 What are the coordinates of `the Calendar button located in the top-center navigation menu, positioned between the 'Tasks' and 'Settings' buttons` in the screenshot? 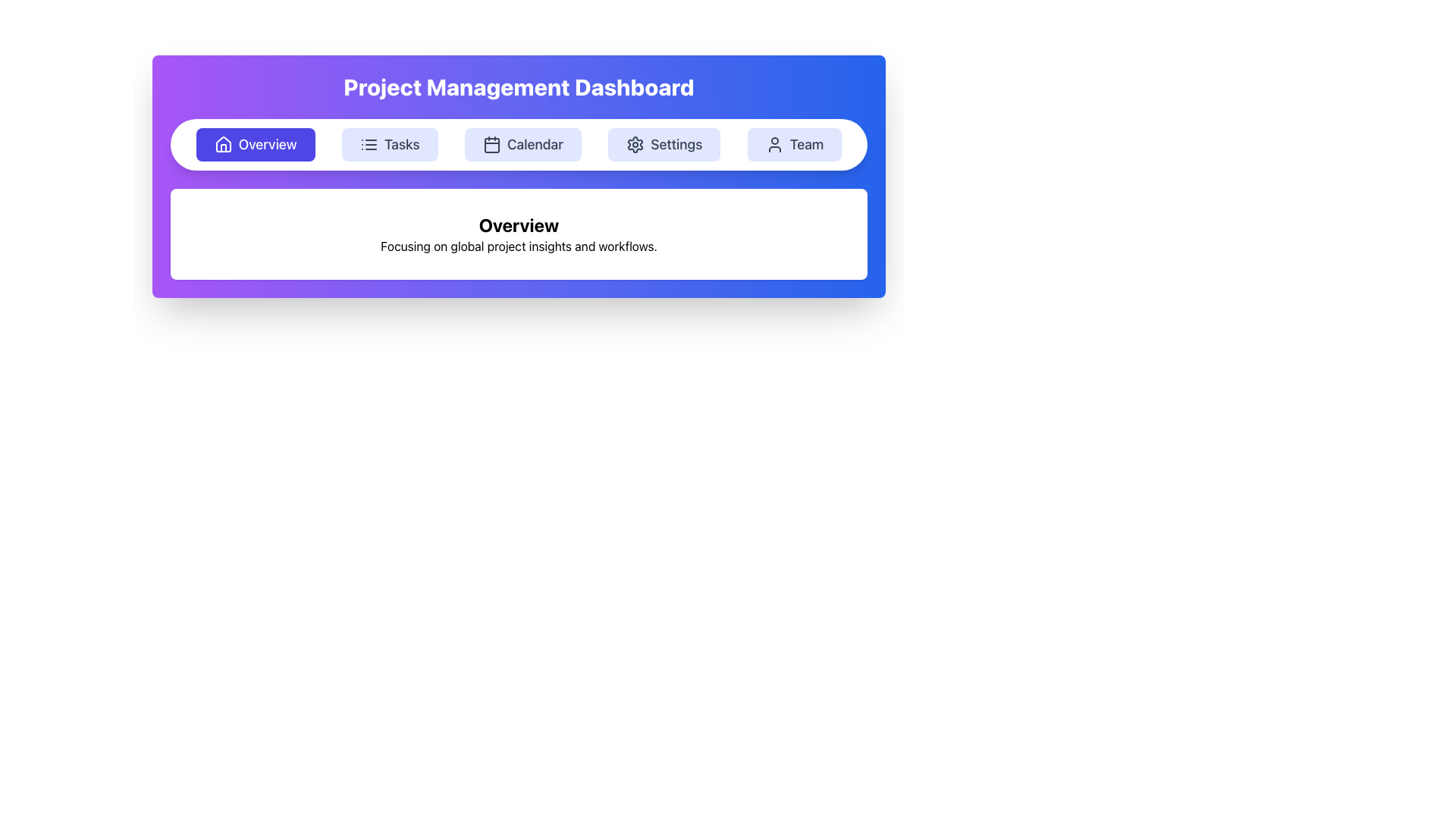 It's located at (522, 145).